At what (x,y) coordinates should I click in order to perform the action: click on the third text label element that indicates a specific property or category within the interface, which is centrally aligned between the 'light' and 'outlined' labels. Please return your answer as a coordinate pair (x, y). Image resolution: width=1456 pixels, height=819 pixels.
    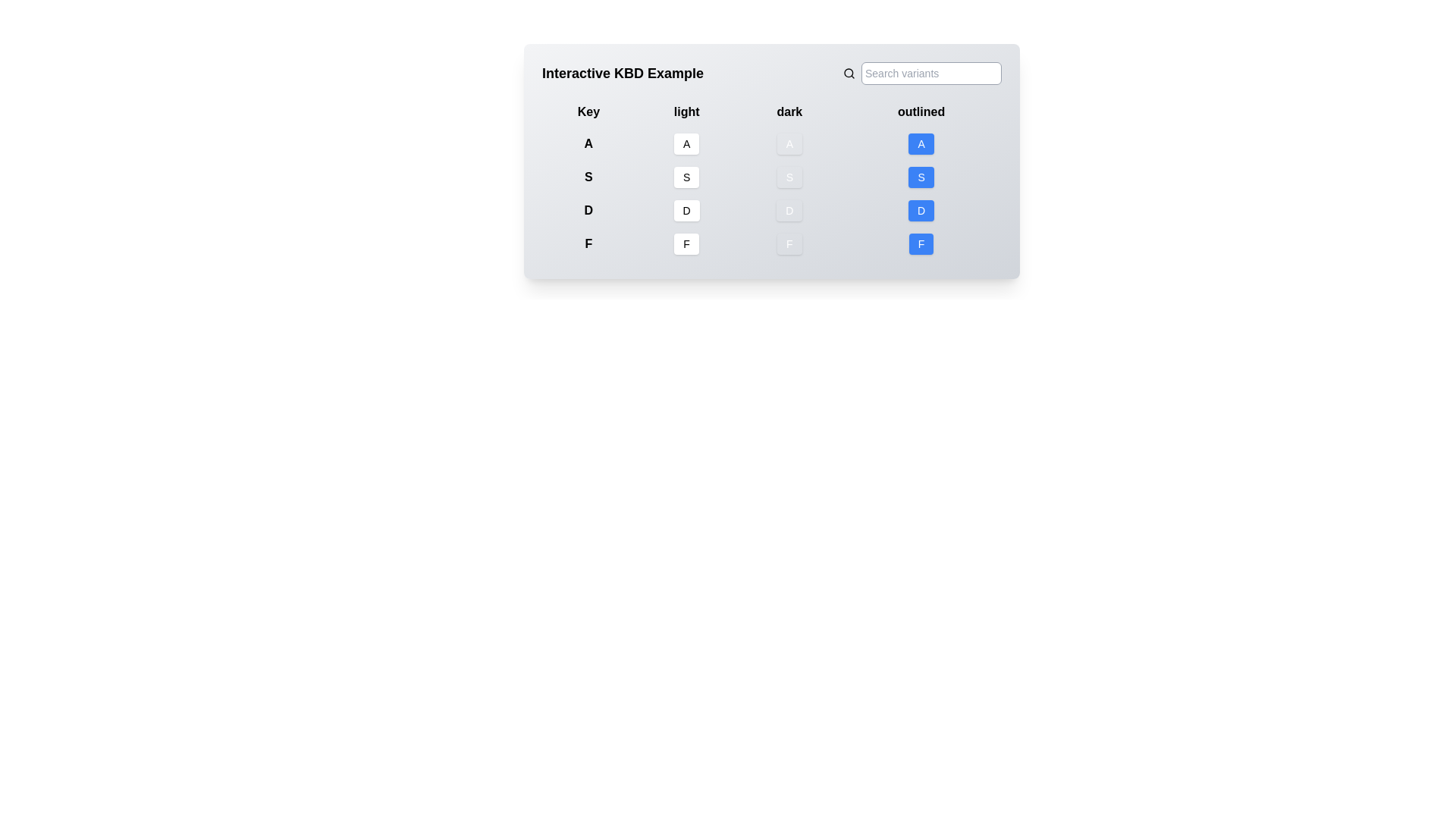
    Looking at the image, I should click on (789, 111).